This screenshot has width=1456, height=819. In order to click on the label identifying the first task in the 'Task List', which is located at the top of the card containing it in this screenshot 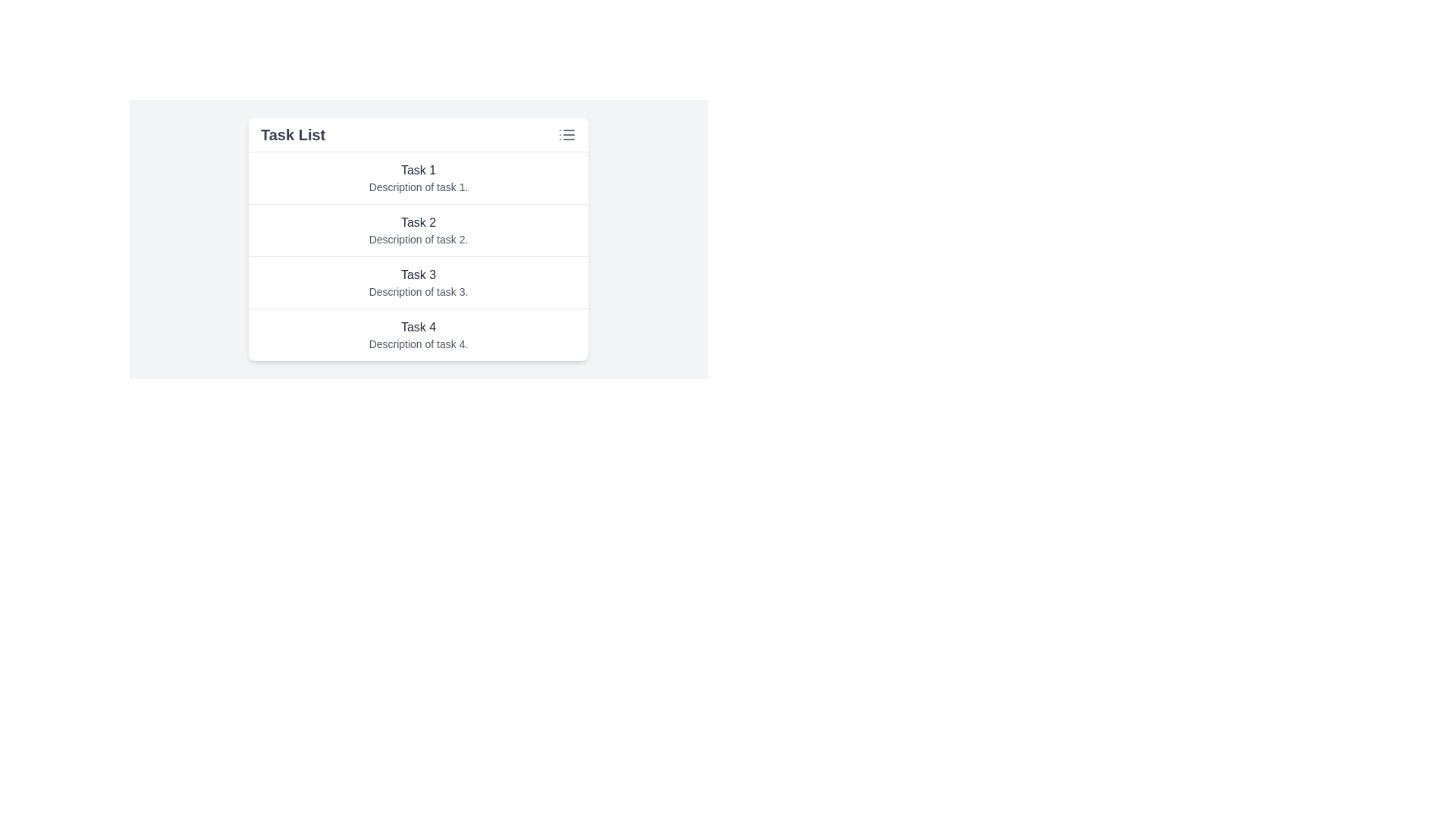, I will do `click(419, 170)`.